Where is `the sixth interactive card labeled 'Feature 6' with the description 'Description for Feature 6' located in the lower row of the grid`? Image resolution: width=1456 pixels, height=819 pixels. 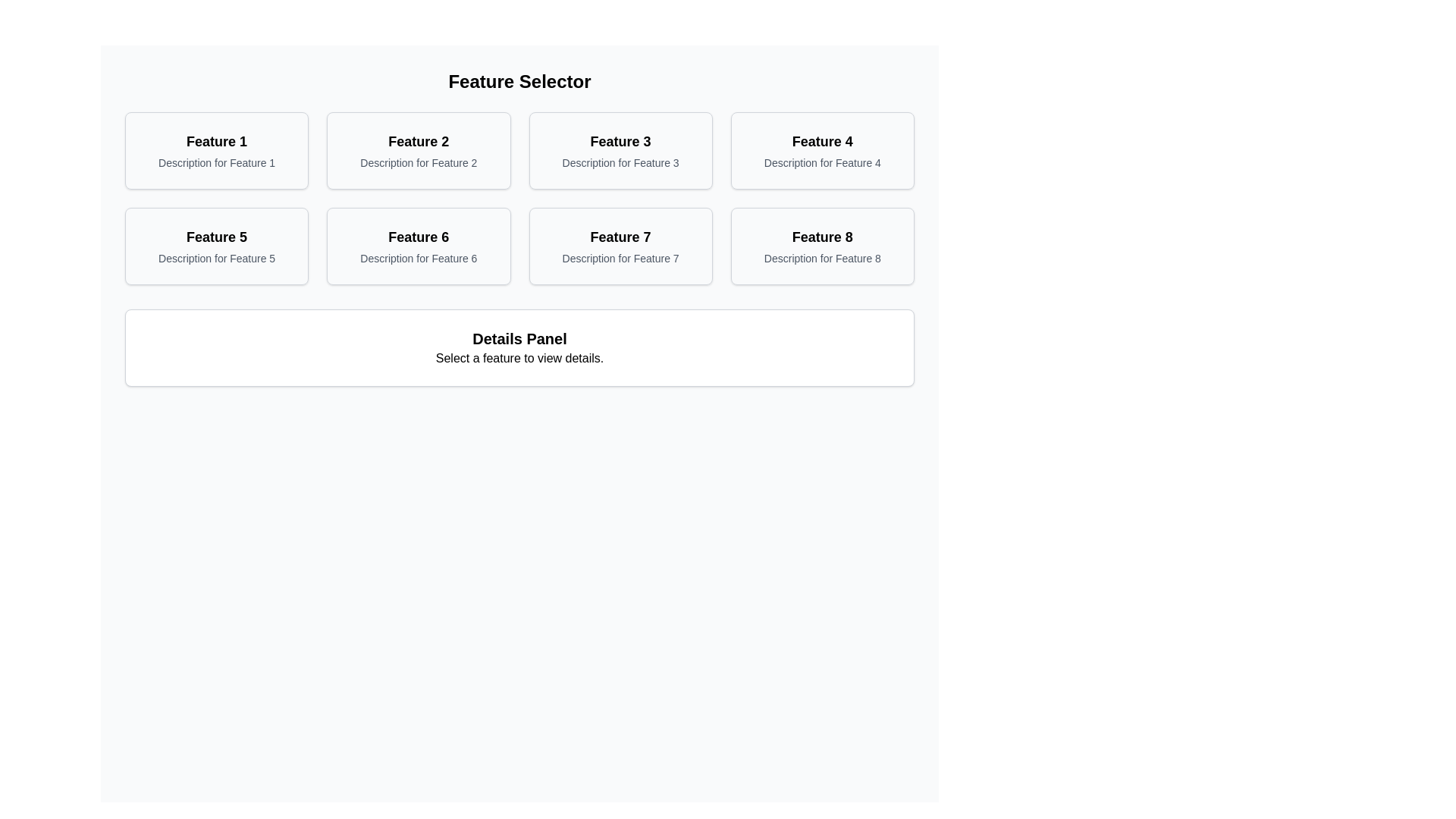
the sixth interactive card labeled 'Feature 6' with the description 'Description for Feature 6' located in the lower row of the grid is located at coordinates (419, 245).